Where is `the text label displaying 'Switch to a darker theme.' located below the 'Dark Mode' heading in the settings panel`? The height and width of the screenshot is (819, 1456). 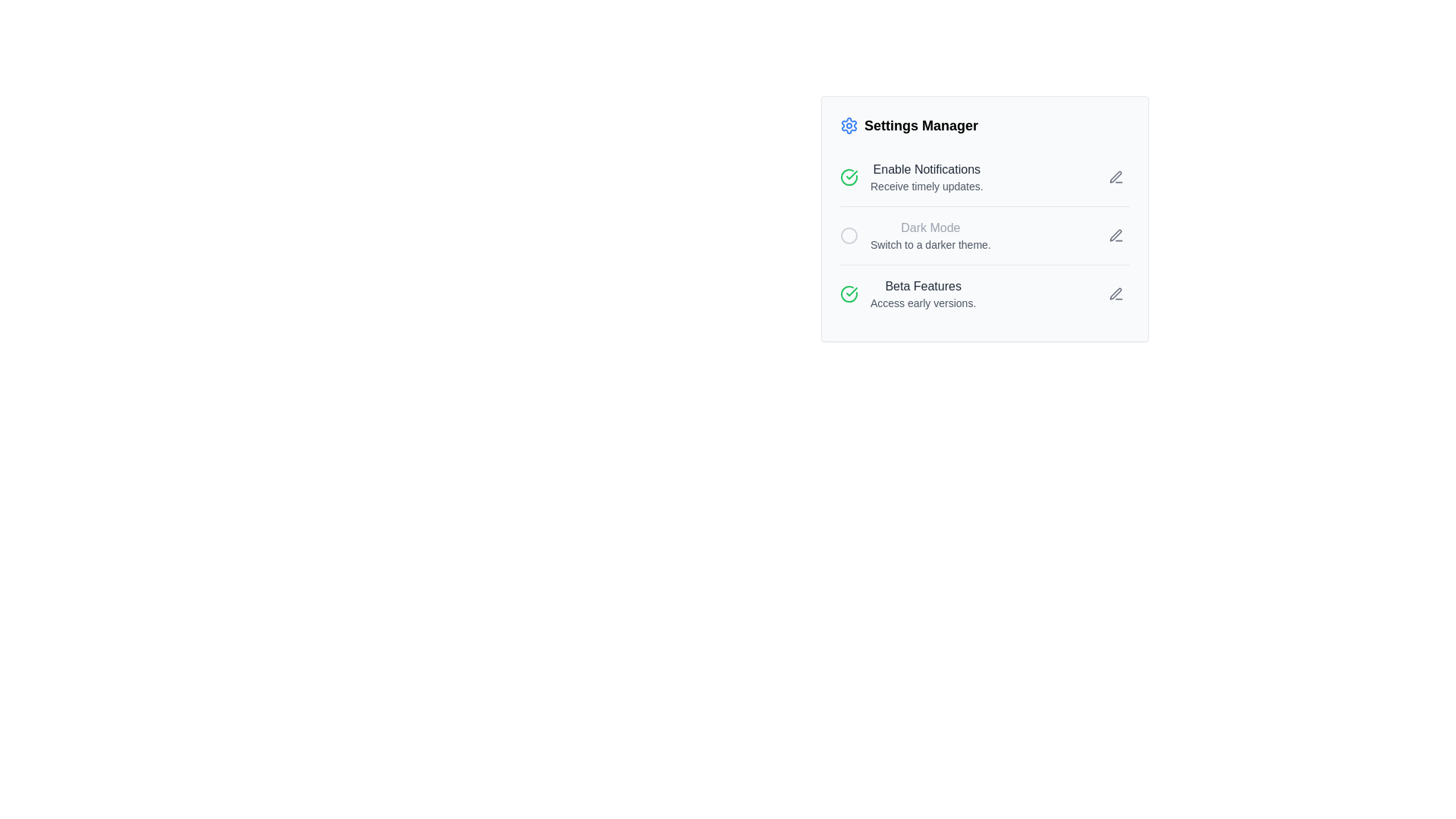
the text label displaying 'Switch to a darker theme.' located below the 'Dark Mode' heading in the settings panel is located at coordinates (930, 244).